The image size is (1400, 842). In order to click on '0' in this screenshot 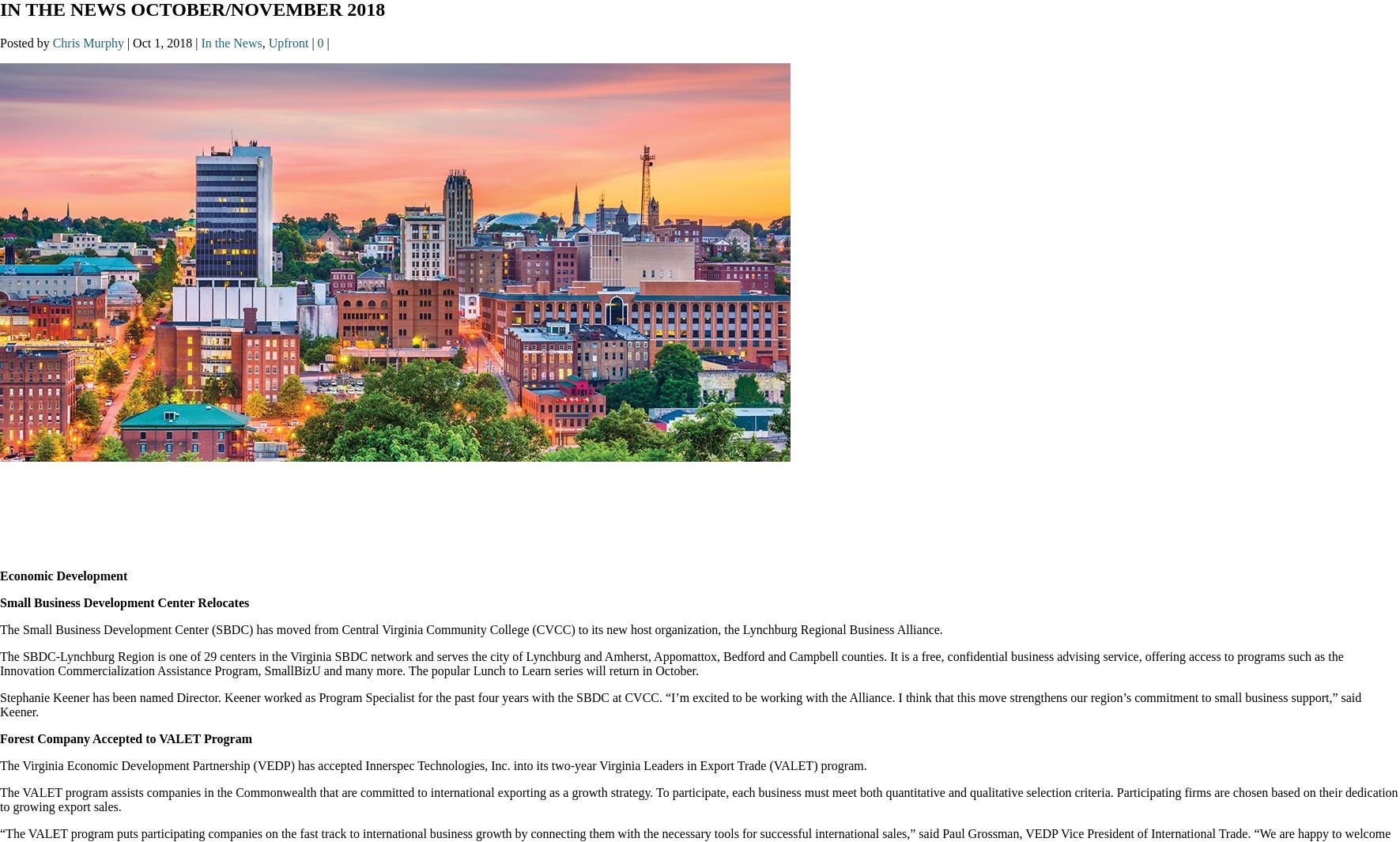, I will do `click(321, 42)`.